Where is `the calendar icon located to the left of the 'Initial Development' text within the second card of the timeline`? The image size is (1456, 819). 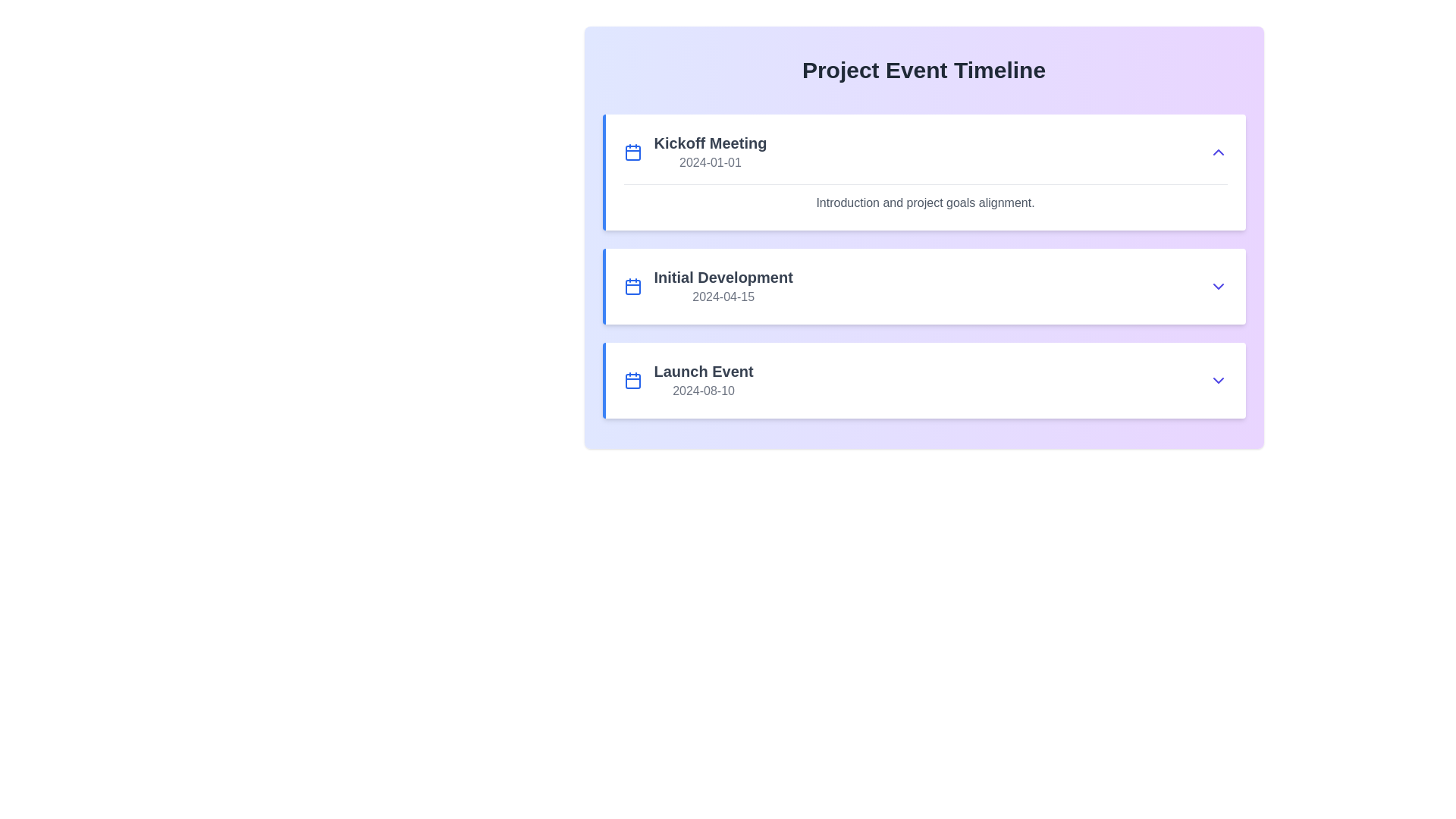 the calendar icon located to the left of the 'Initial Development' text within the second card of the timeline is located at coordinates (632, 287).